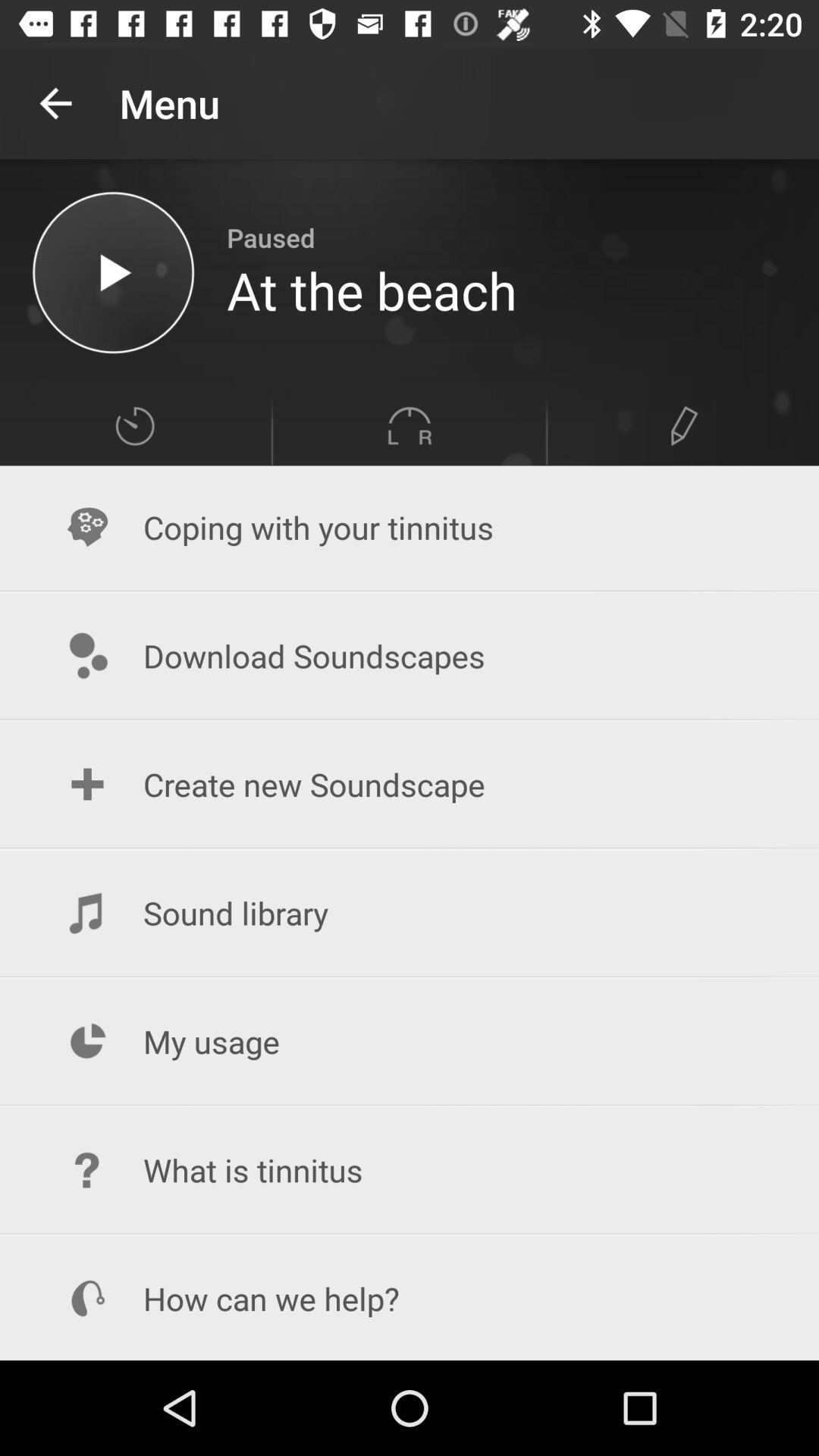 The image size is (819, 1456). Describe the element at coordinates (409, 912) in the screenshot. I see `item above my usage` at that location.